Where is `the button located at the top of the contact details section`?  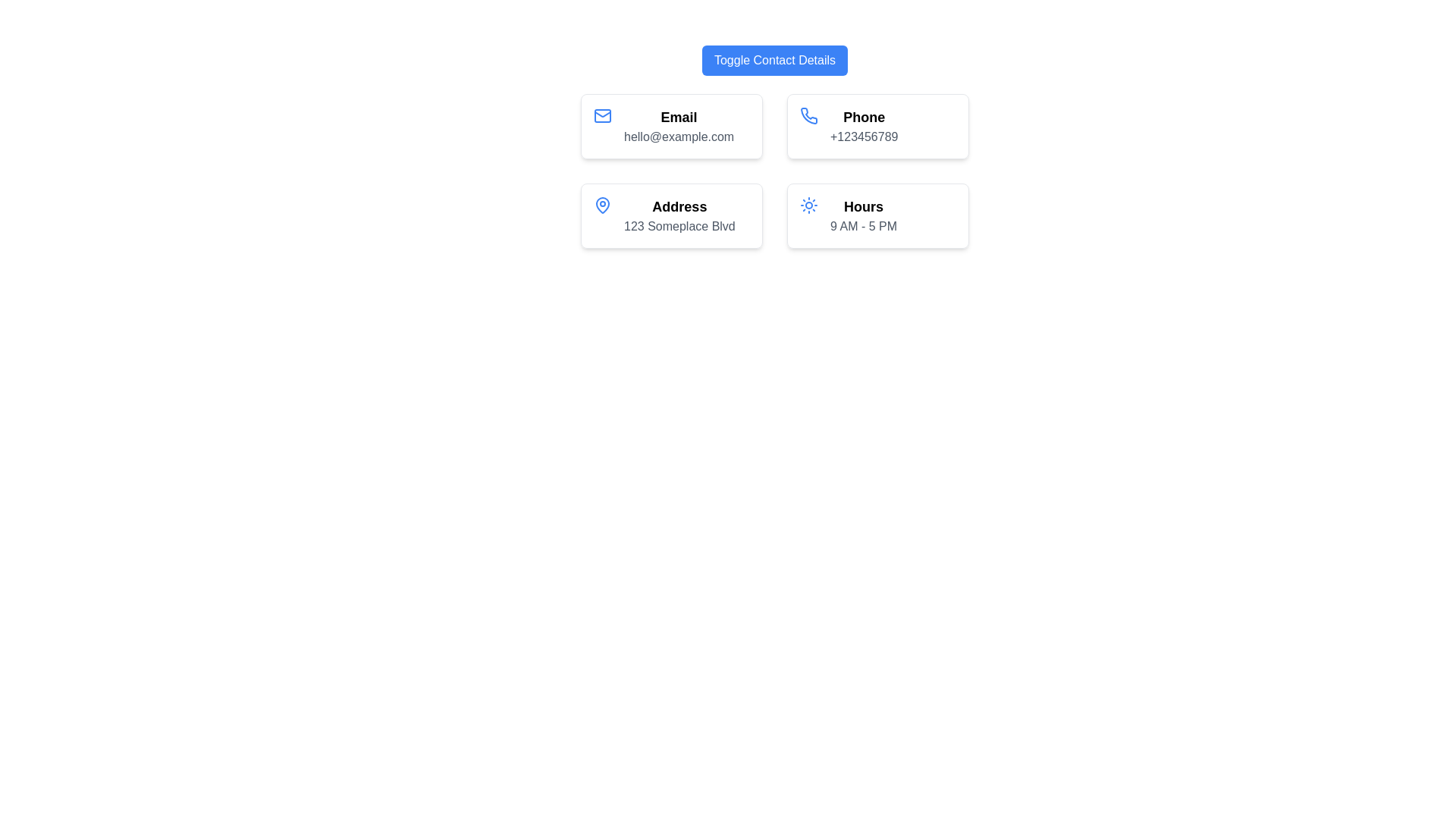
the button located at the top of the contact details section is located at coordinates (775, 60).